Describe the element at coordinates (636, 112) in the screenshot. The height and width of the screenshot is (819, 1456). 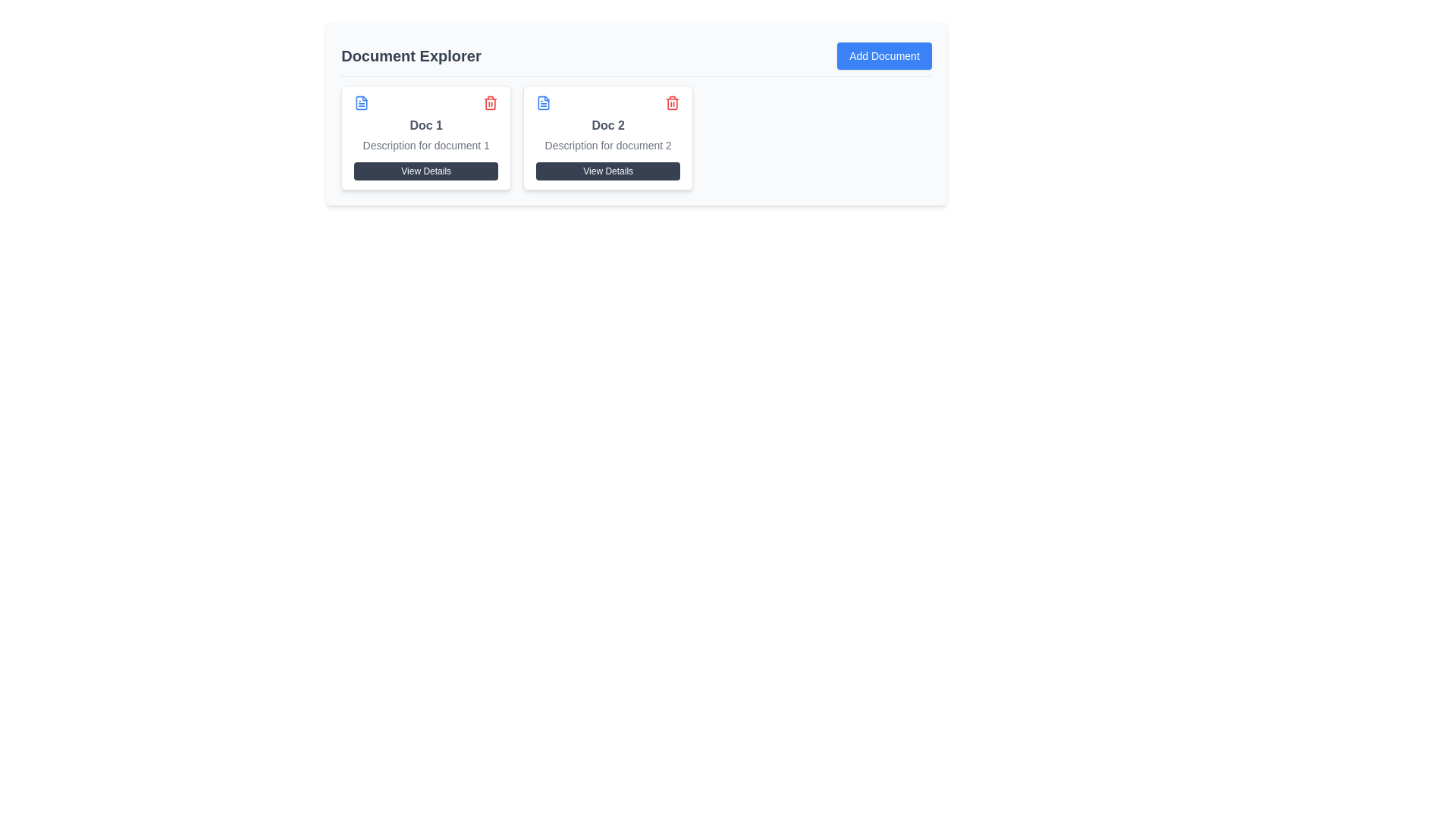
I see `the elements inside the Panel containing the 'Document Explorer', which includes the 'Add Document' button and two document cards` at that location.